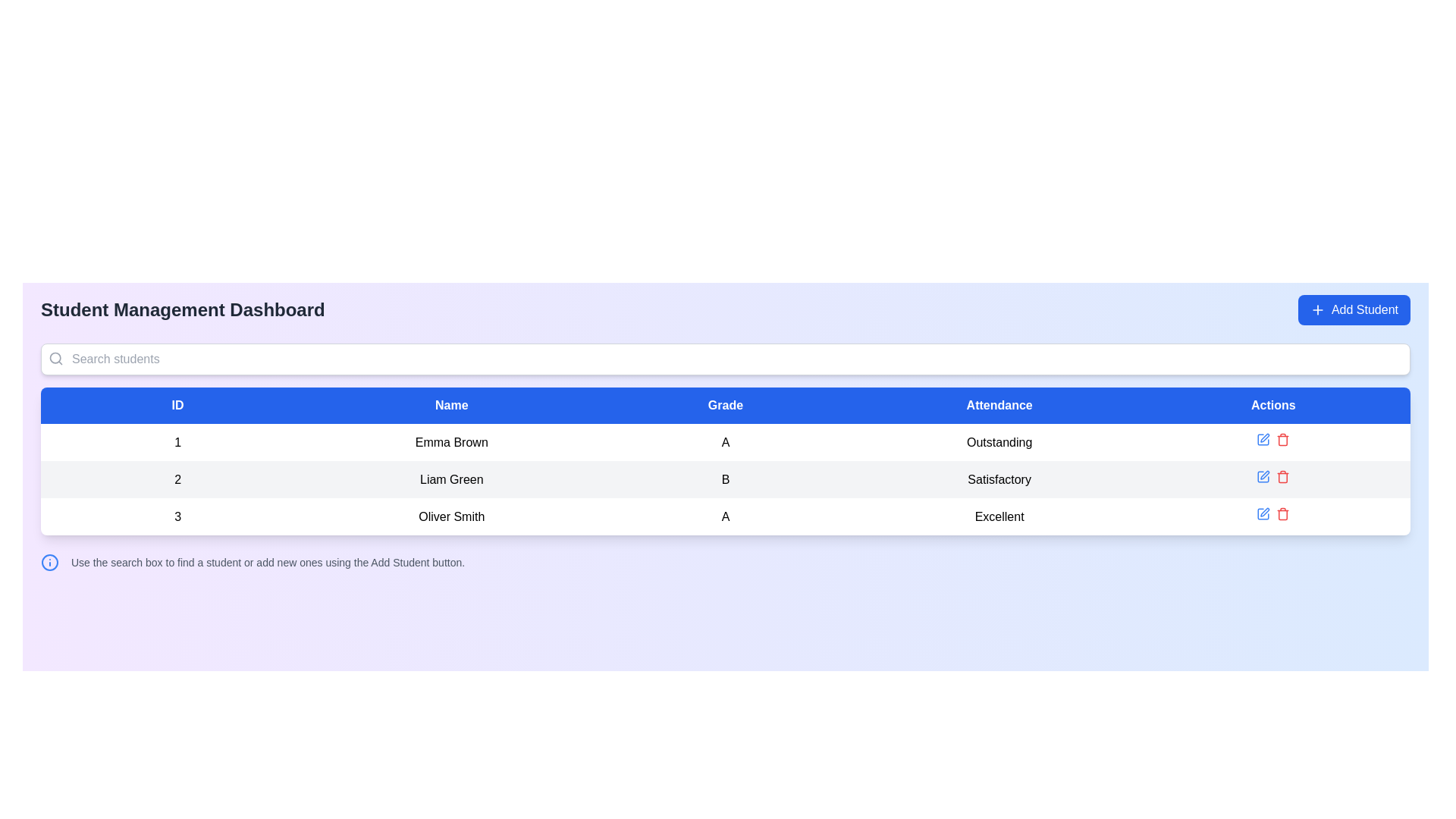  What do you see at coordinates (724, 442) in the screenshot?
I see `the text label displaying 'A' located in the third column under the 'Grade' column for the row labeled '1' and 'Emma Brown'` at bounding box center [724, 442].